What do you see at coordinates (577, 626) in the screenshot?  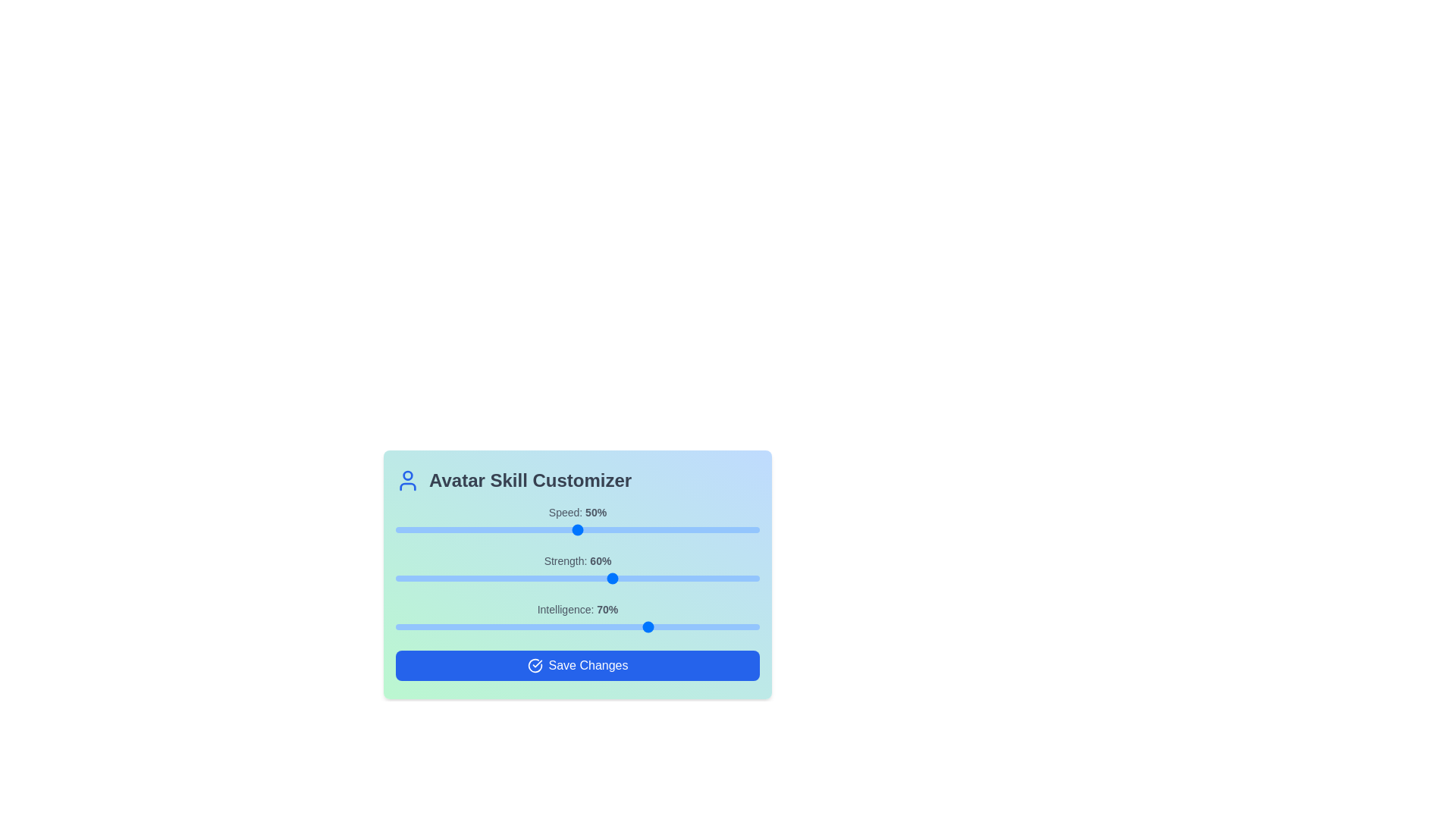 I see `the blue track of the horizontal range slider located below the label 'Intelligence: 70%' to change the position of the slider` at bounding box center [577, 626].